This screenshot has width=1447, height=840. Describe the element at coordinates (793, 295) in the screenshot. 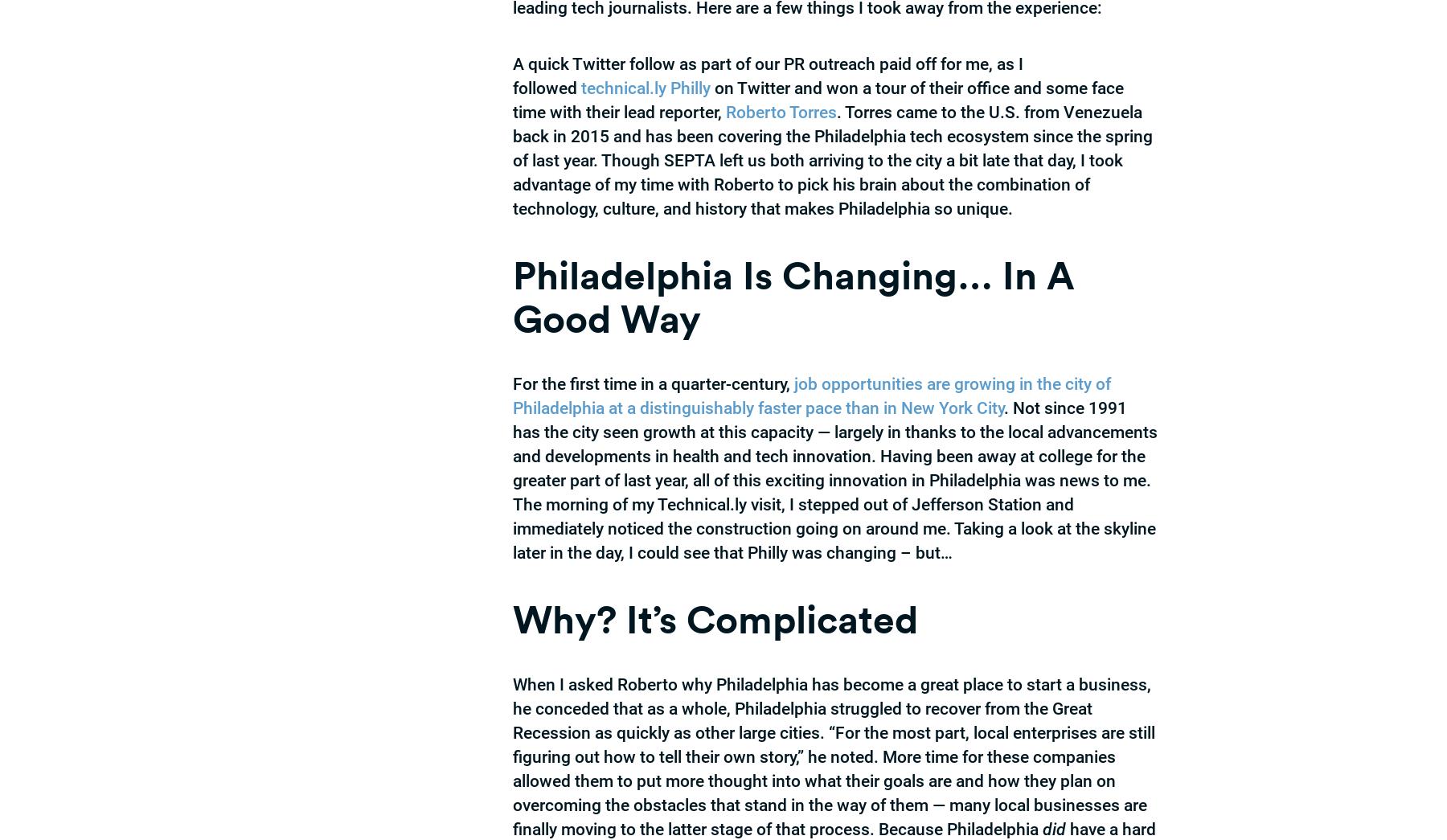

I see `'Philadelphia Is Changing… In A Good Way'` at that location.